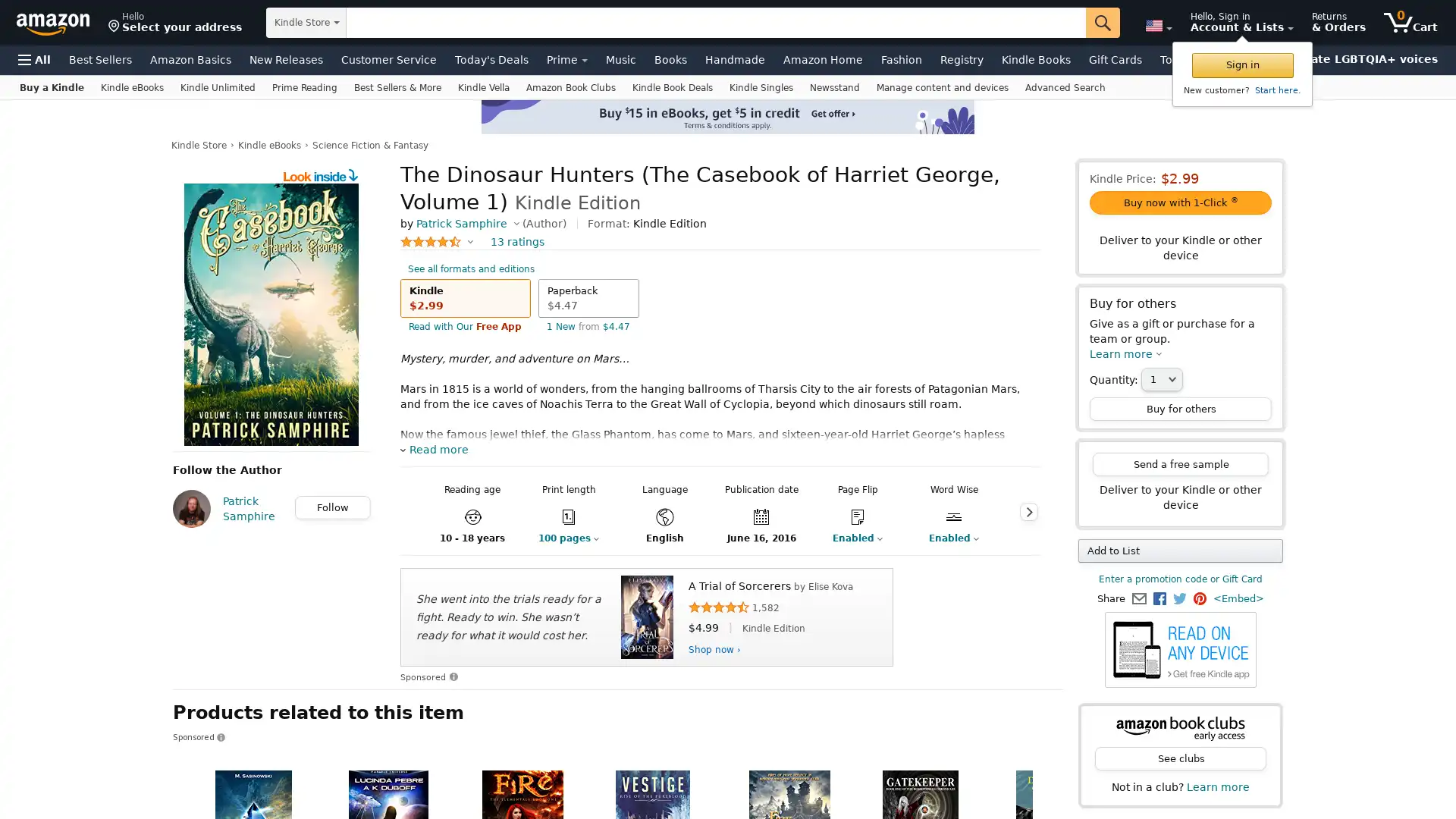  I want to click on Buy for others, so click(1179, 408).